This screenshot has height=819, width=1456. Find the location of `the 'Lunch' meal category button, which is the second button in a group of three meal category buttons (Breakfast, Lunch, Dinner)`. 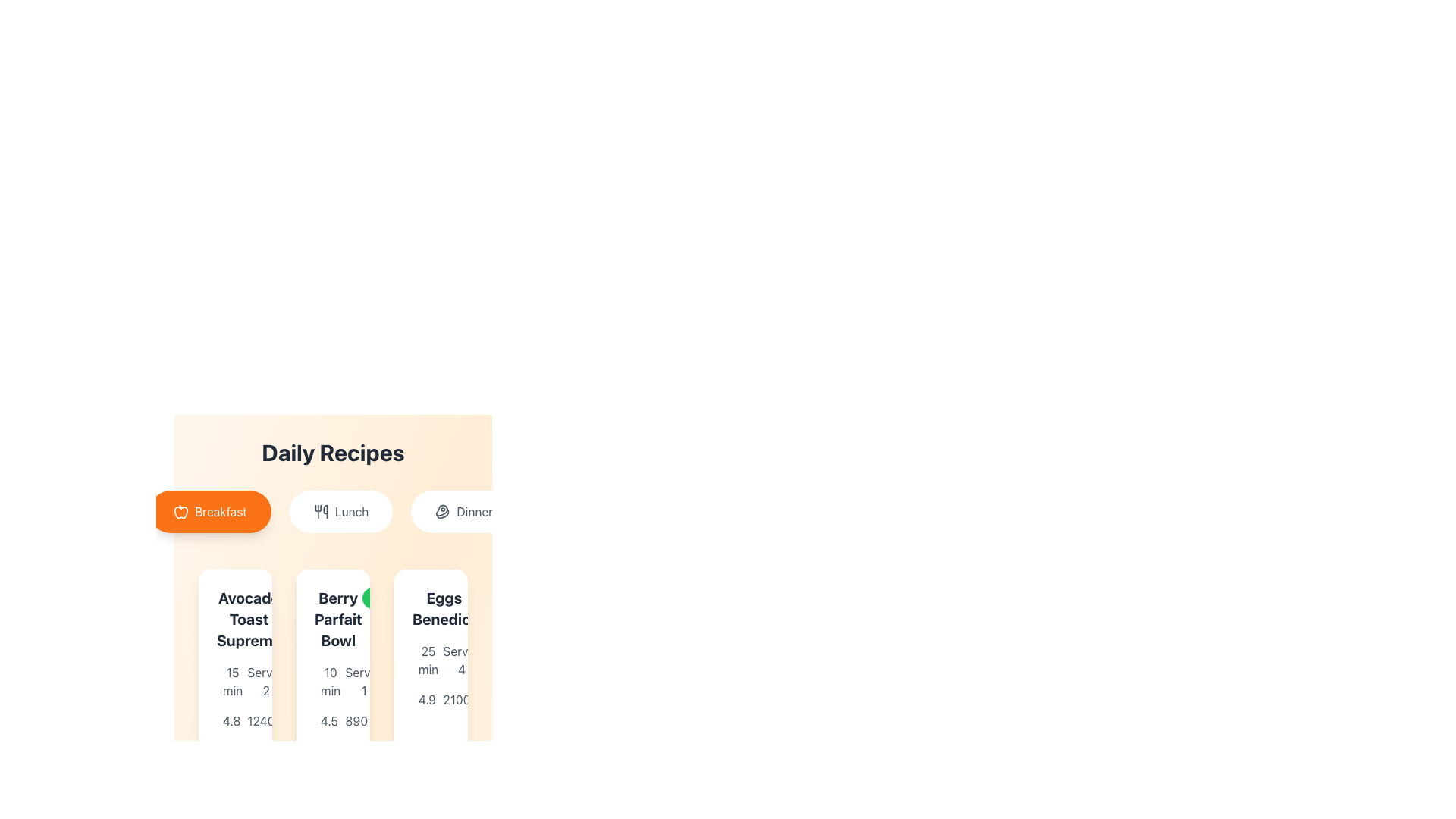

the 'Lunch' meal category button, which is the second button in a group of three meal category buttons (Breakfast, Lunch, Dinner) is located at coordinates (340, 512).